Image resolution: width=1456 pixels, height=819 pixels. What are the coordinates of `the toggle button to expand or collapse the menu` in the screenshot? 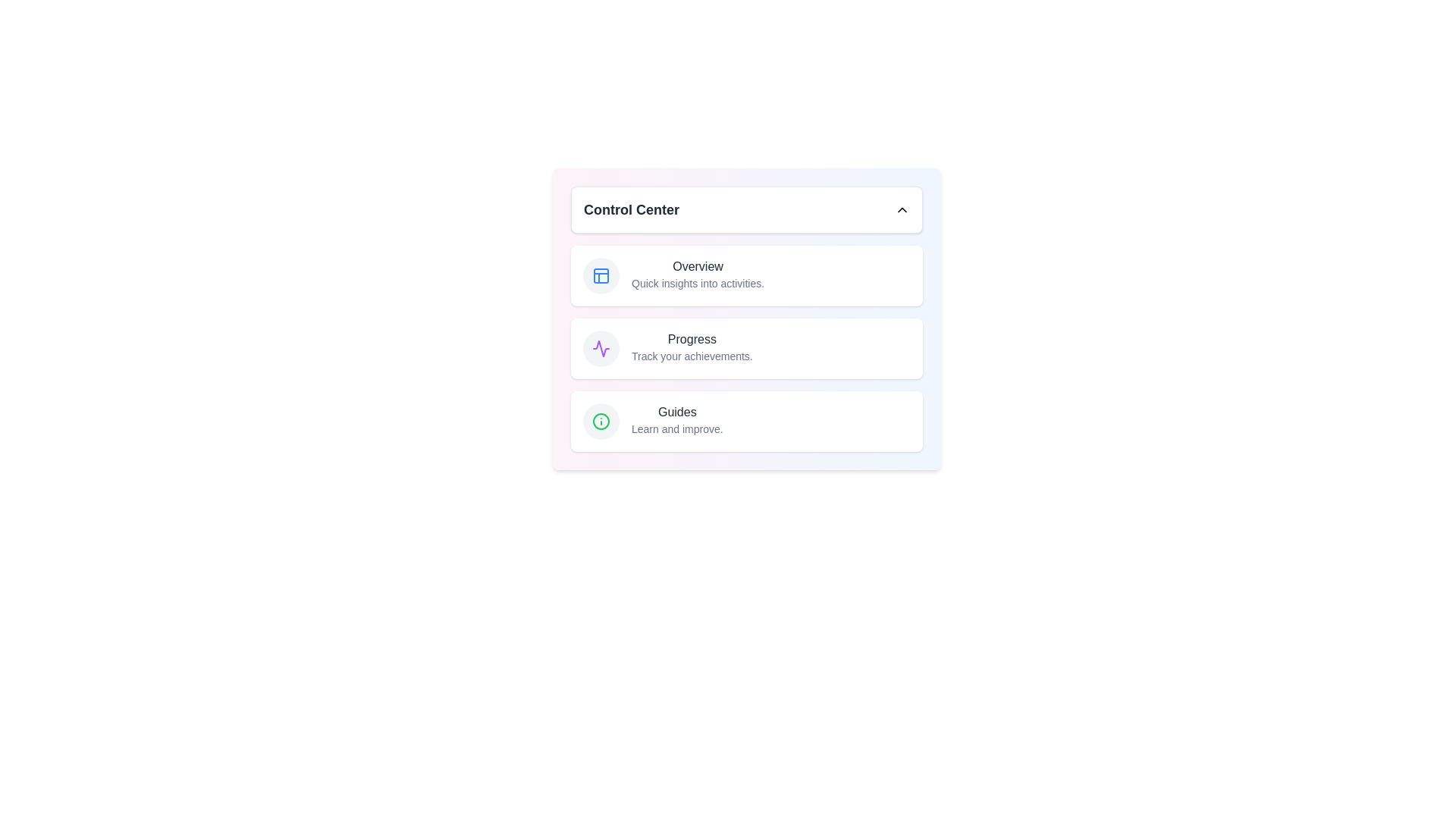 It's located at (746, 210).